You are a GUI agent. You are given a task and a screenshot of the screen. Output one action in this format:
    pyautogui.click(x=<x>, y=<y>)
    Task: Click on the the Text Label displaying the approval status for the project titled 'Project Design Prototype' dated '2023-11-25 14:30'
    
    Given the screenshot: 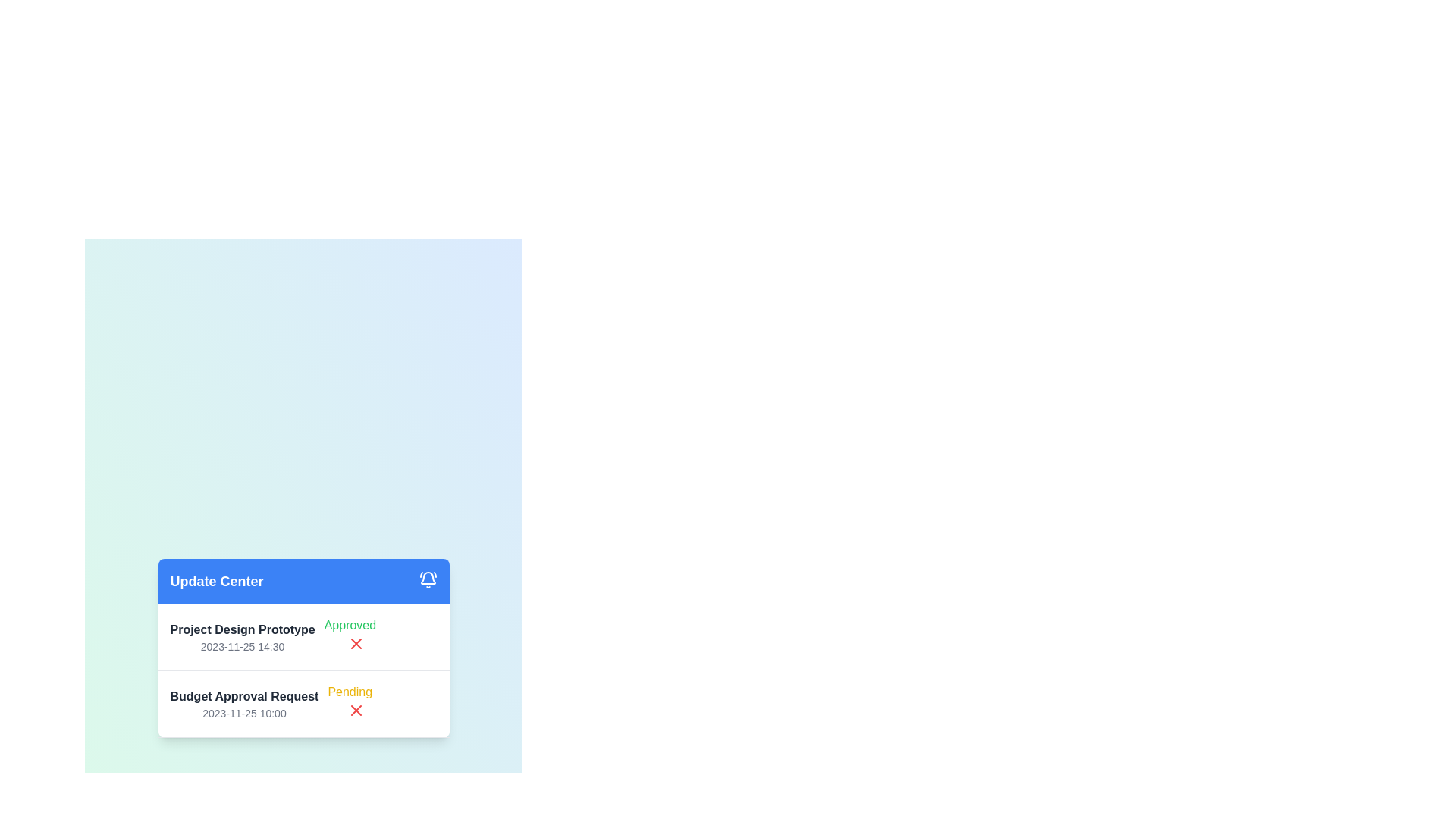 What is the action you would take?
    pyautogui.click(x=349, y=637)
    